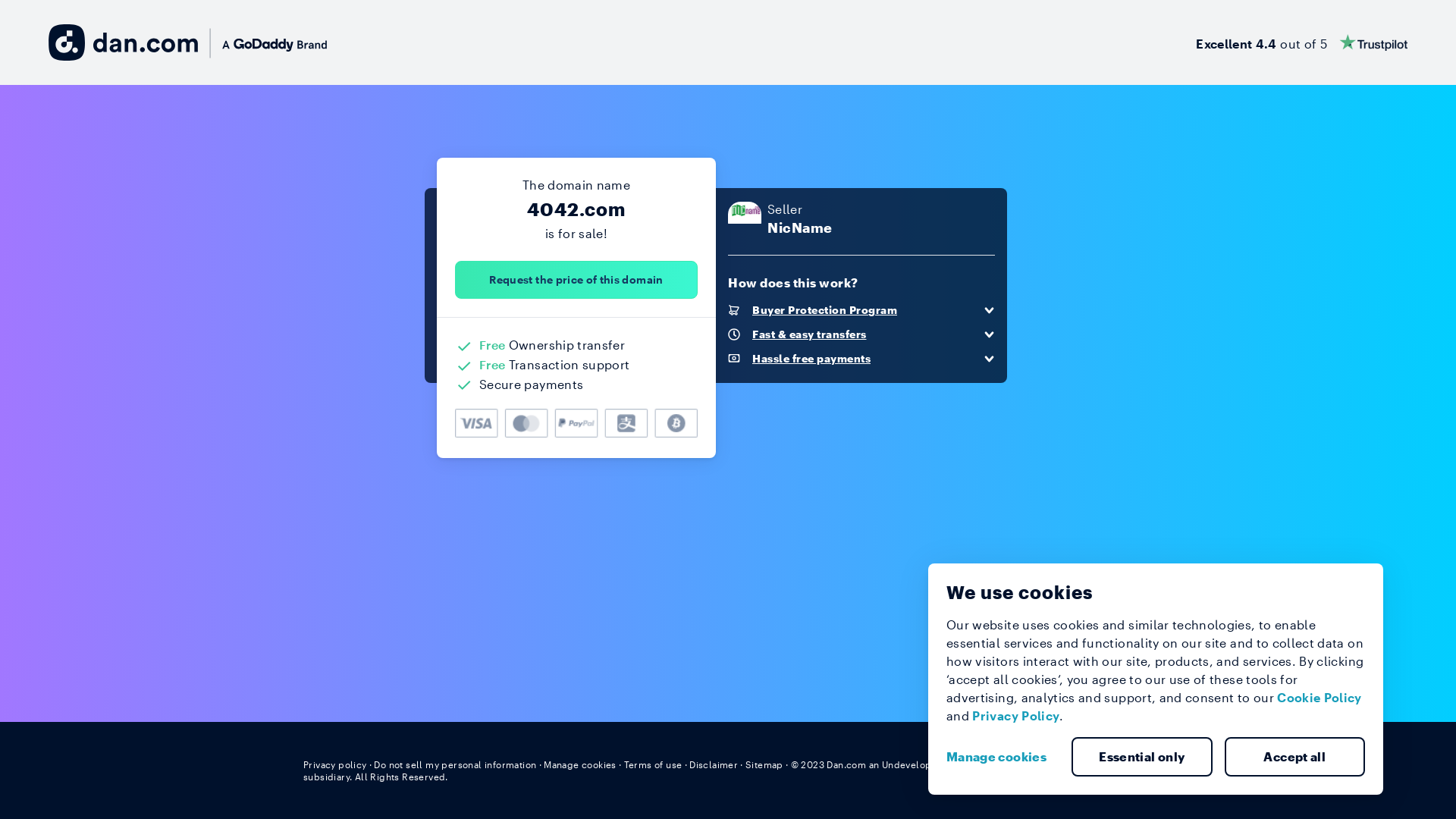 This screenshot has height=819, width=1456. What do you see at coordinates (1015, 715) in the screenshot?
I see `'Privacy Policy'` at bounding box center [1015, 715].